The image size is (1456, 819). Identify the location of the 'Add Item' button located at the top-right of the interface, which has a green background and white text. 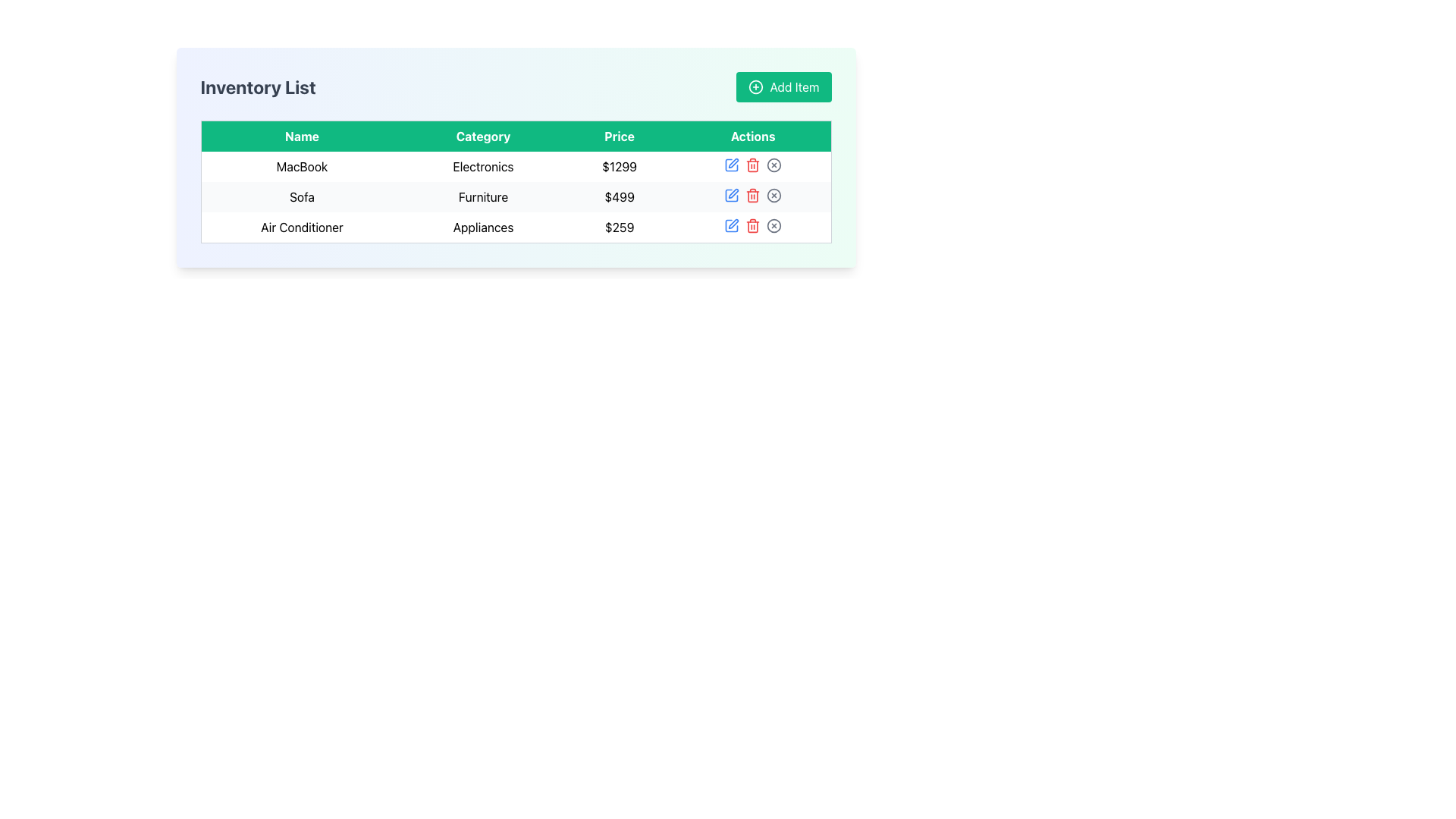
(783, 87).